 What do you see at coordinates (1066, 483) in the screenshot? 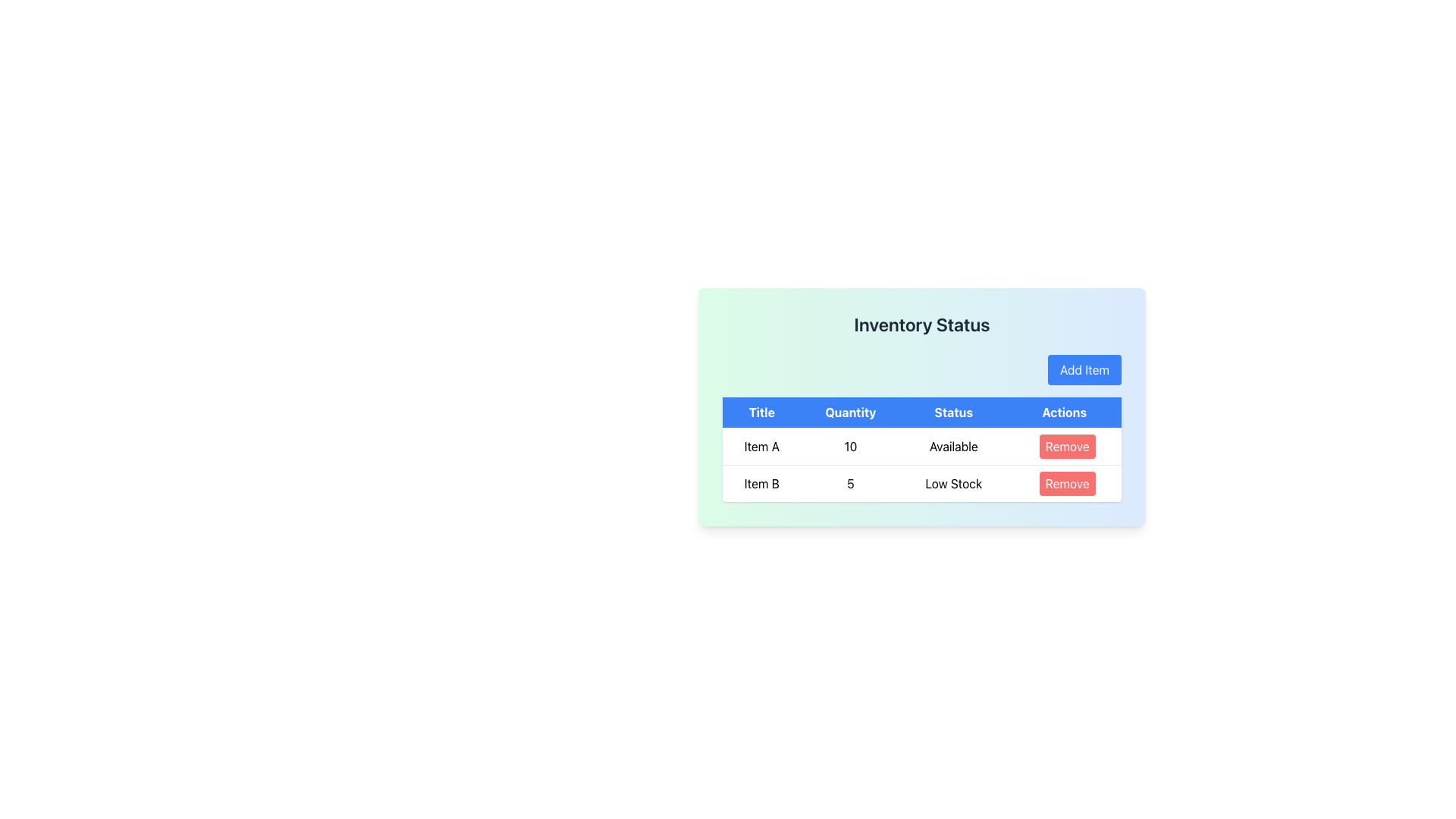
I see `the button in the 'Actions' column of the second row under the 'Inventory Status' heading` at bounding box center [1066, 483].